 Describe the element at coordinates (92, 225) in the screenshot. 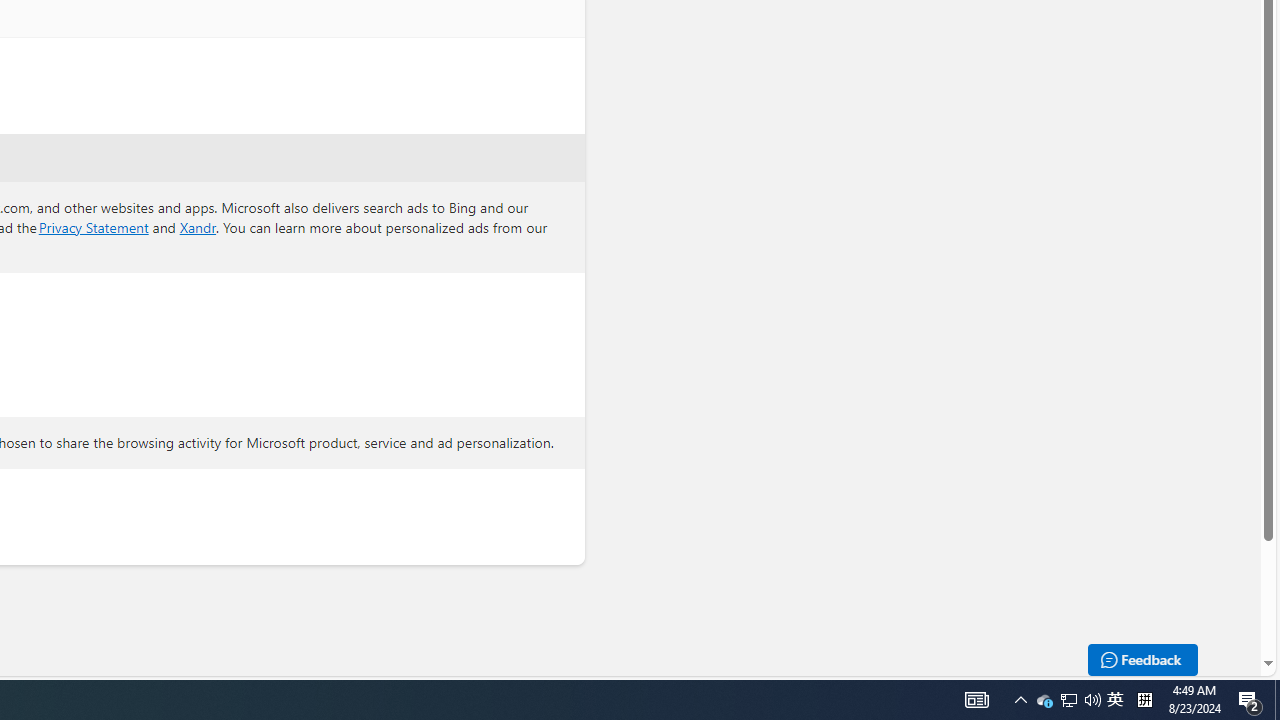

I see `'Privacy Statement'` at that location.